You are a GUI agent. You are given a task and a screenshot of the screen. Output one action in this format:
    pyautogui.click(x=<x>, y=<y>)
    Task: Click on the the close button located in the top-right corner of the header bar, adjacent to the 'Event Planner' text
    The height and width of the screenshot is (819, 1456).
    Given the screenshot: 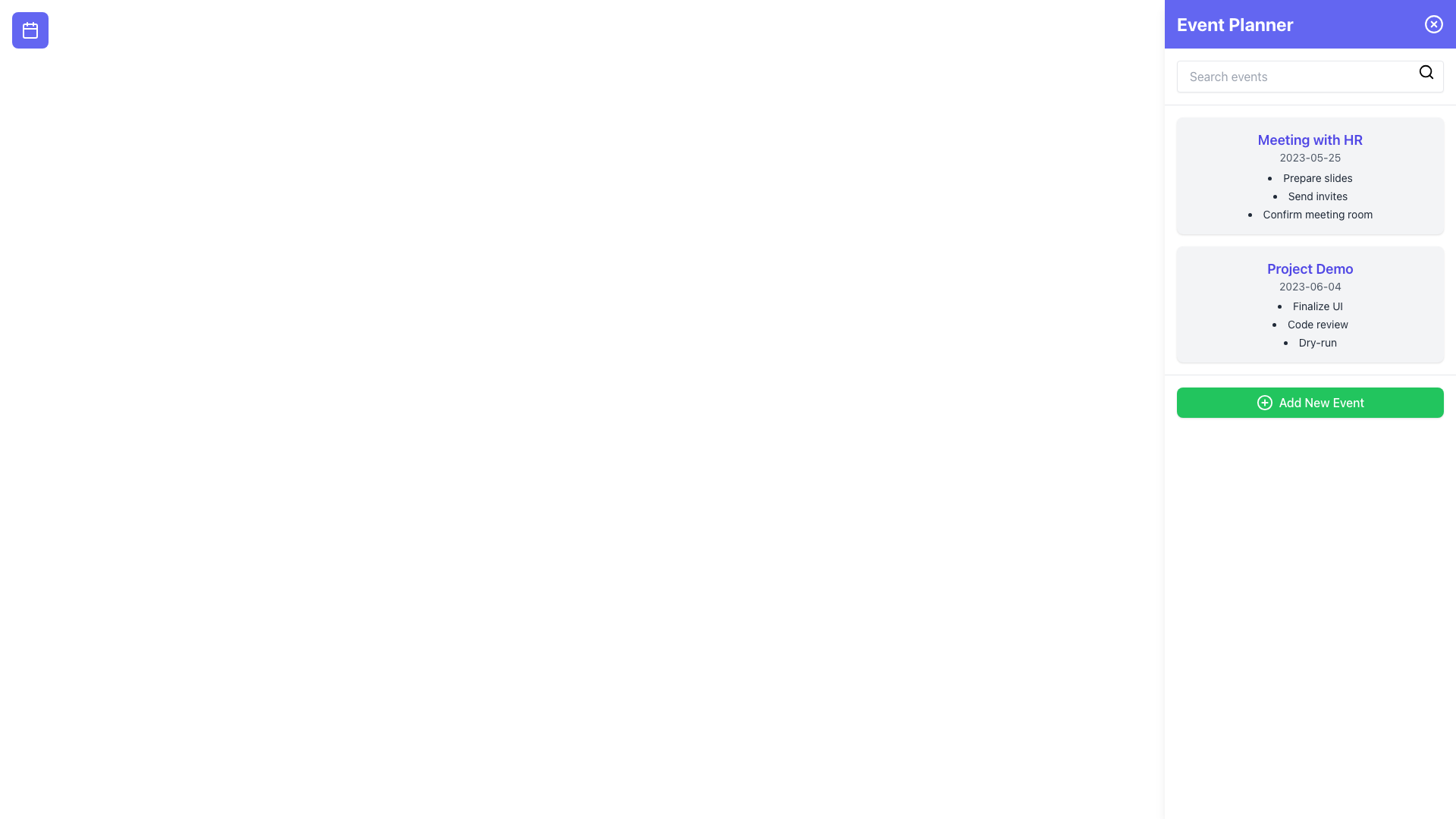 What is the action you would take?
    pyautogui.click(x=1433, y=24)
    